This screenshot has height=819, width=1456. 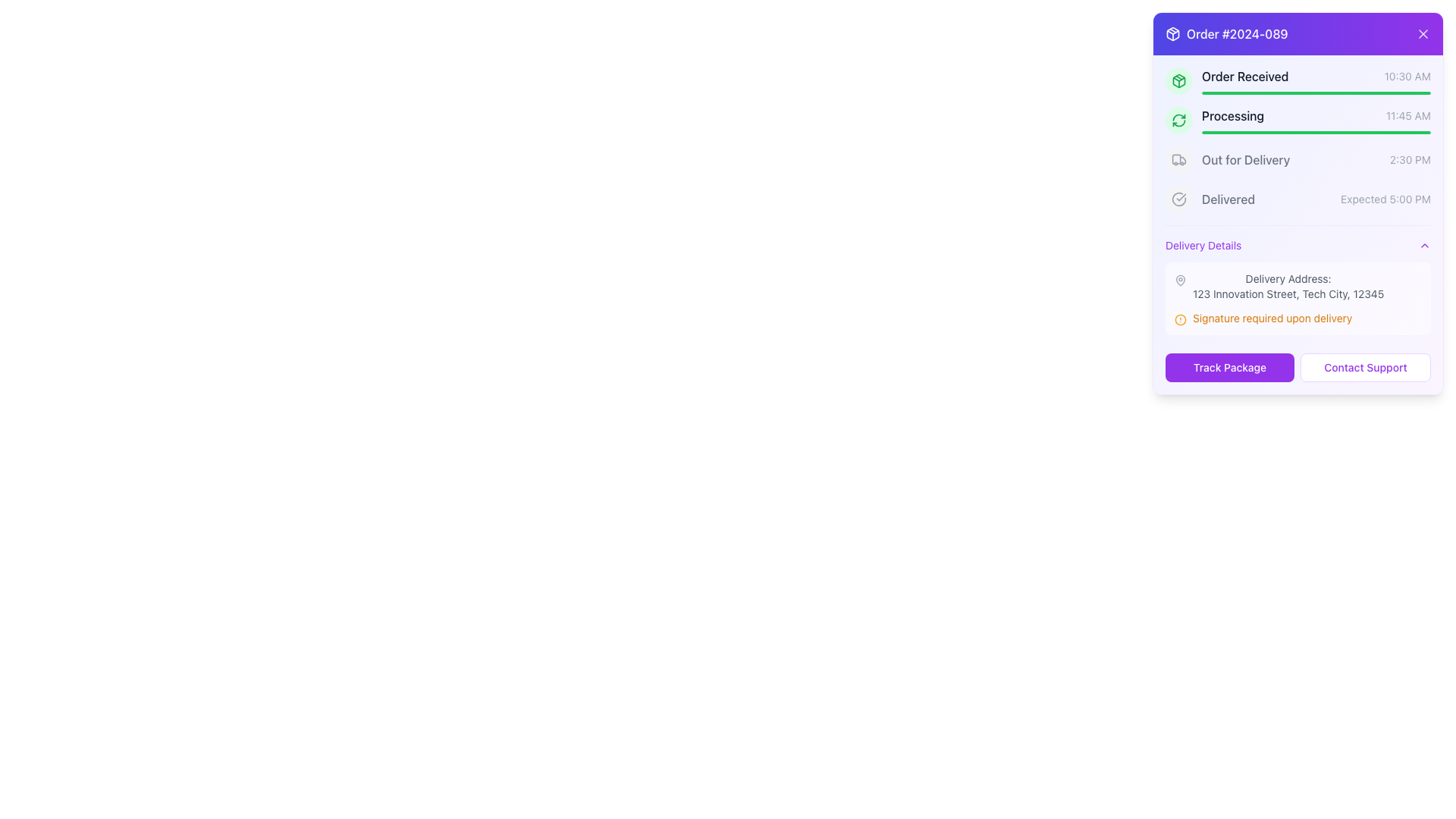 What do you see at coordinates (1316, 115) in the screenshot?
I see `the 'Processing' status indicator with timestamp '11:45 AM', which is the second status item in the vertical list within the card-like interface` at bounding box center [1316, 115].